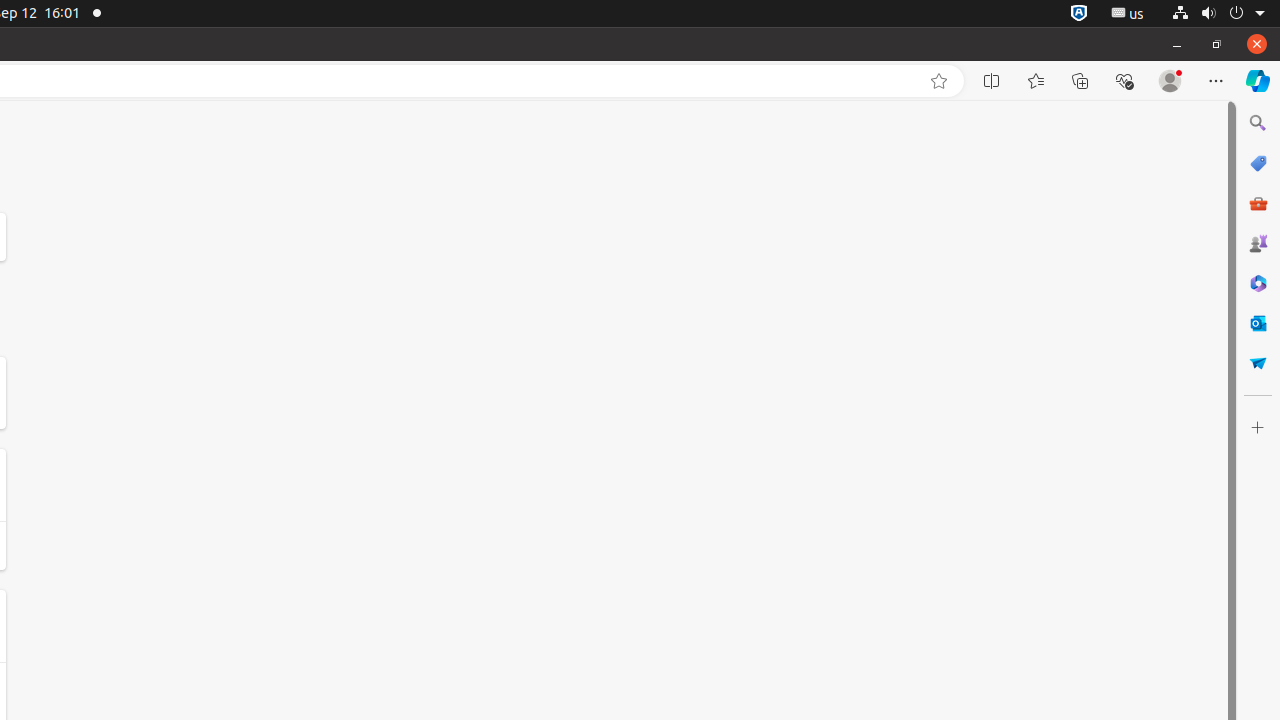 This screenshot has height=720, width=1280. What do you see at coordinates (1256, 321) in the screenshot?
I see `'Outlook'` at bounding box center [1256, 321].